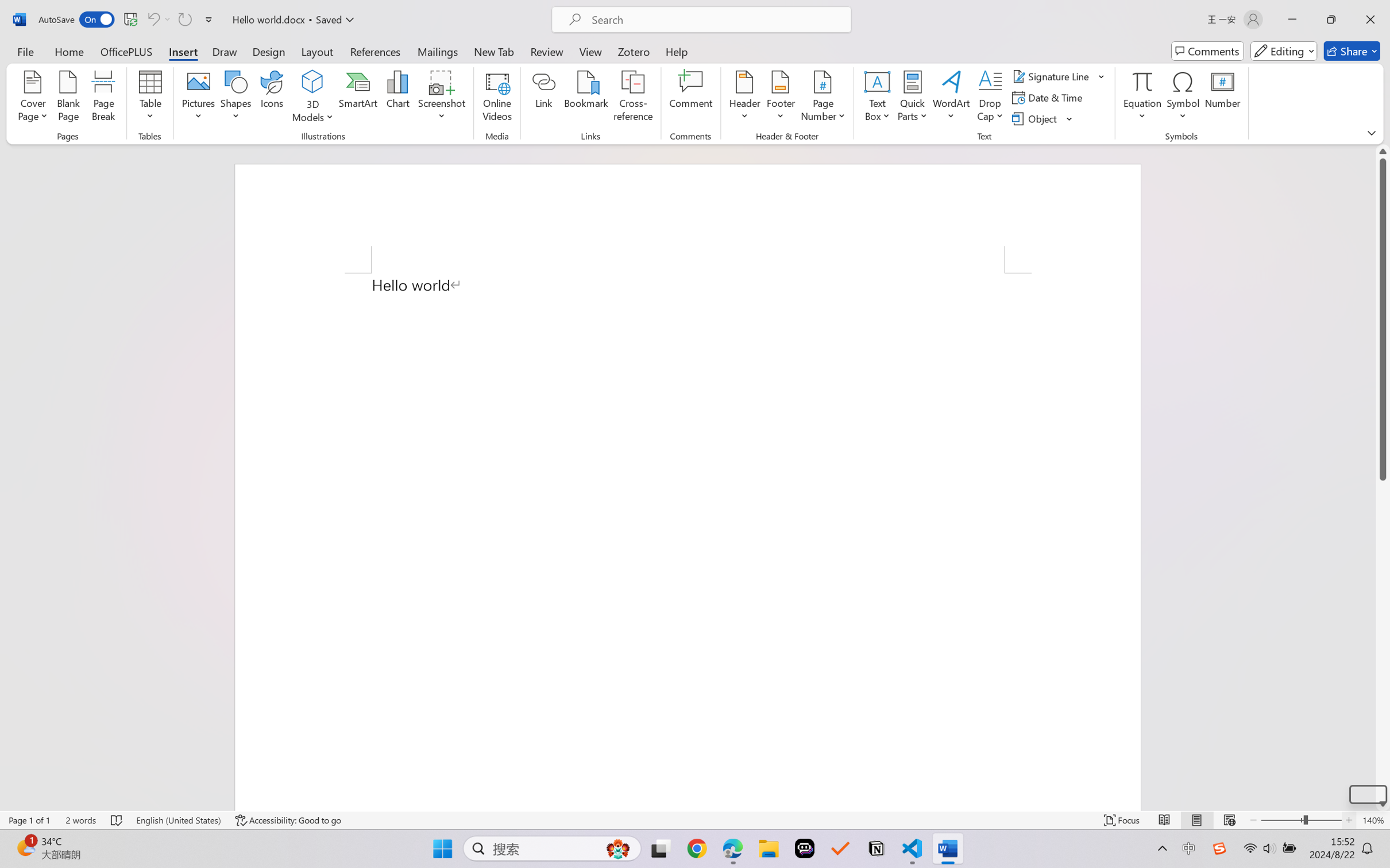 This screenshot has height=868, width=1390. Describe the element at coordinates (103, 98) in the screenshot. I see `'Page Break'` at that location.